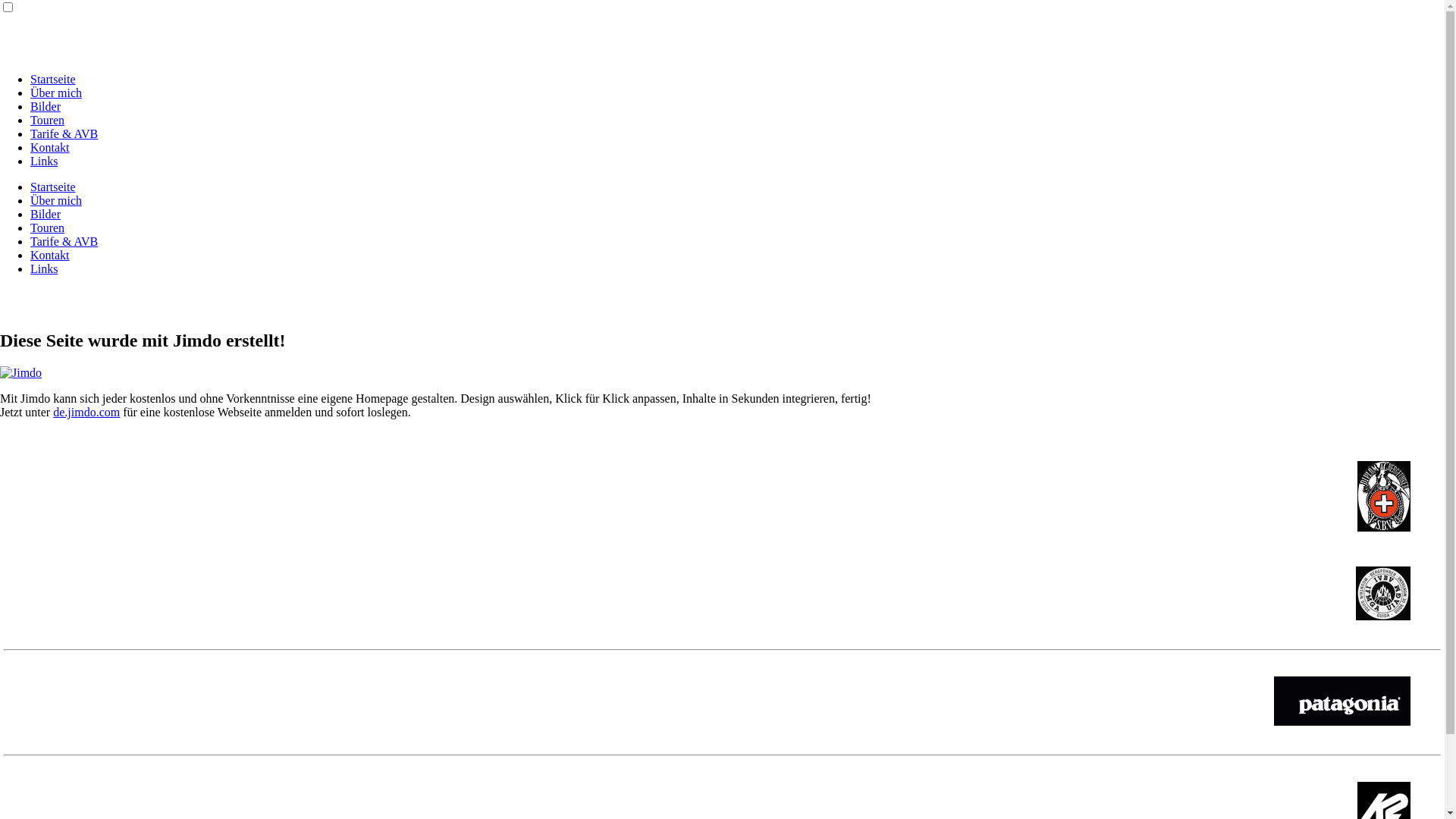 Image resolution: width=1456 pixels, height=819 pixels. What do you see at coordinates (86, 412) in the screenshot?
I see `'de.jimdo.com'` at bounding box center [86, 412].